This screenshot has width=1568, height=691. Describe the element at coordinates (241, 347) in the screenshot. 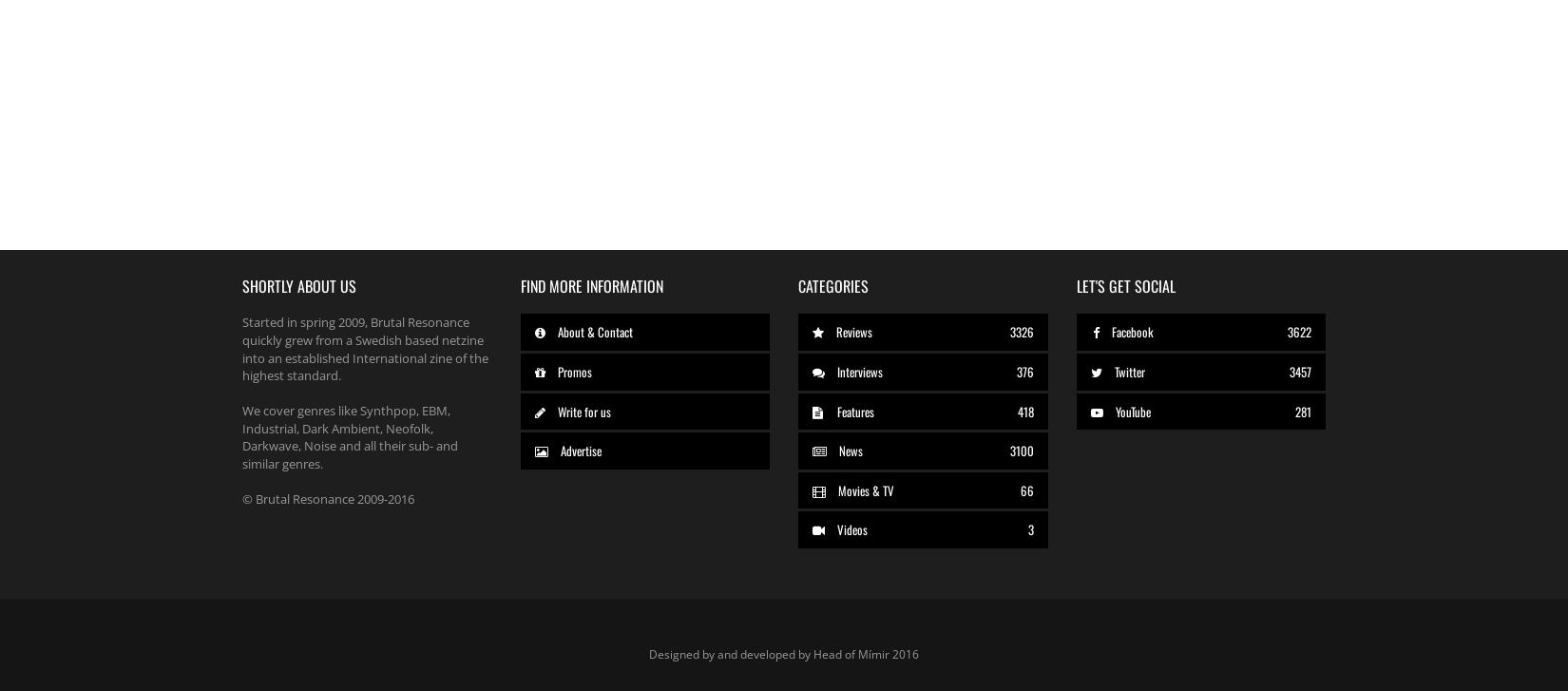

I see `'Started in spring 2009, Brutal Resonance quickly grew from a Swedish based netzine into an established International zine of the highest standard.'` at that location.